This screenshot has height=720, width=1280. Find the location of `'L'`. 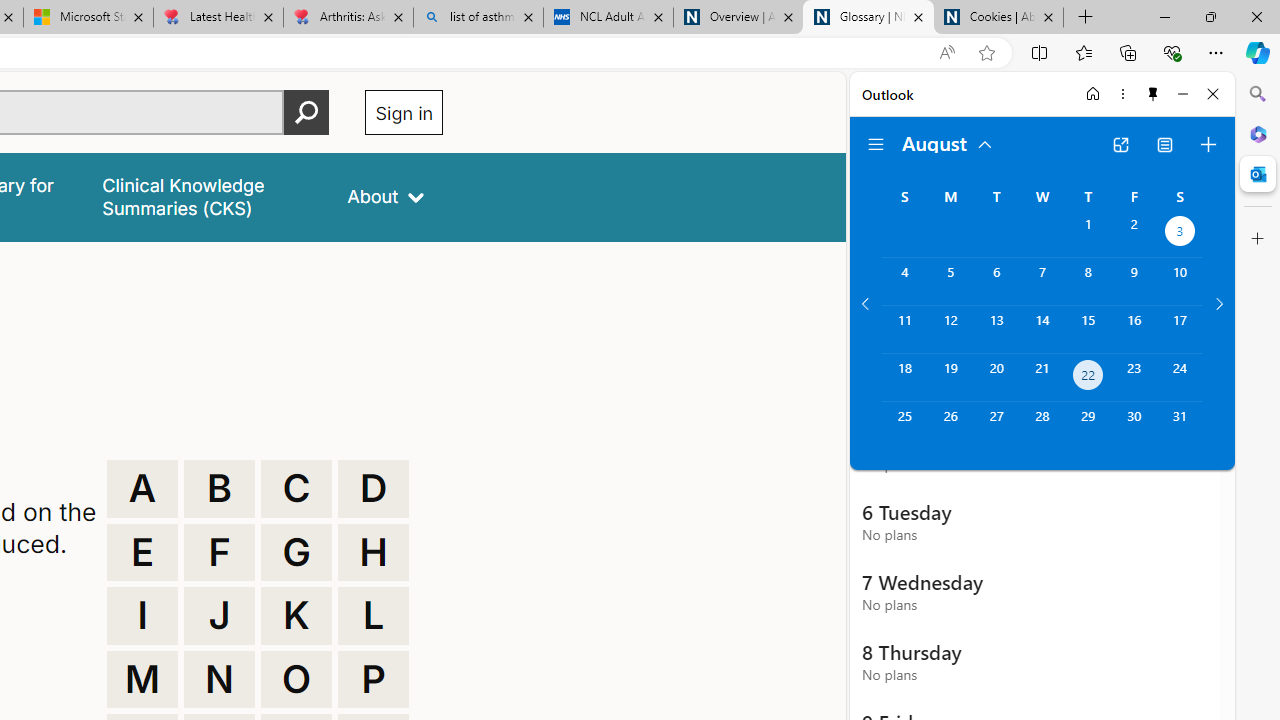

'L' is located at coordinates (373, 614).